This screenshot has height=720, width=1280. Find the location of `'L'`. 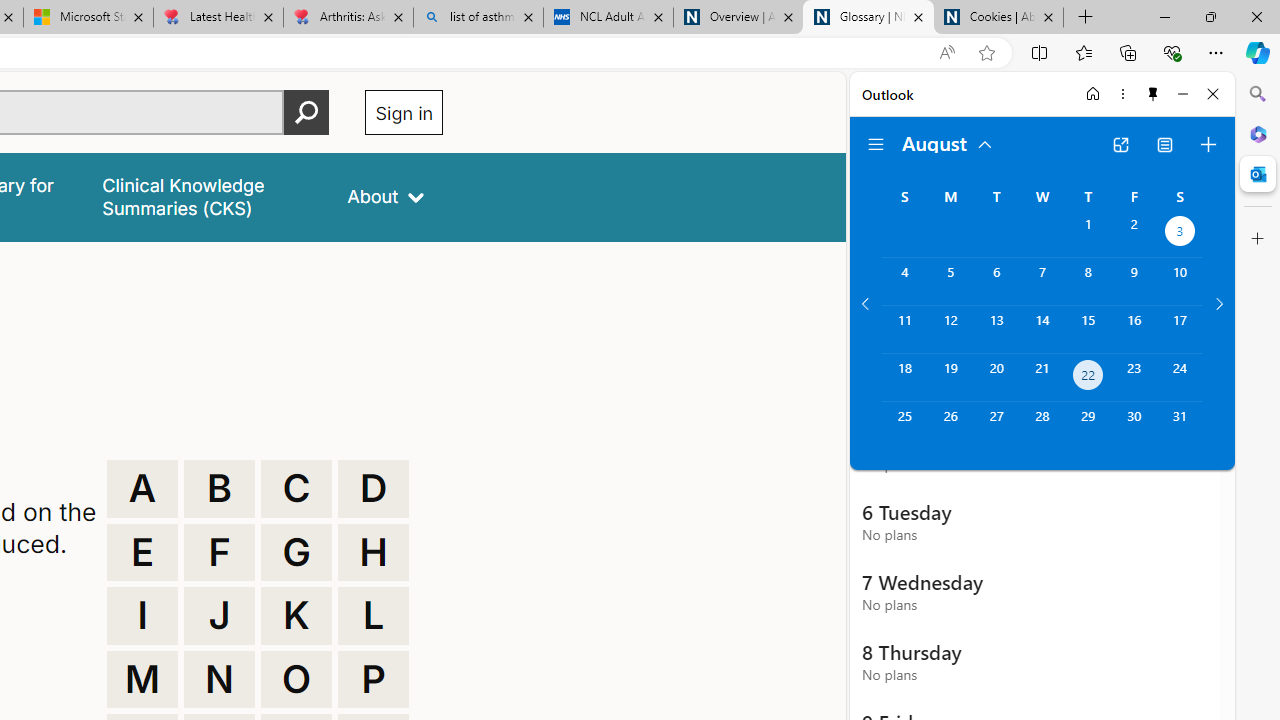

'L' is located at coordinates (373, 614).